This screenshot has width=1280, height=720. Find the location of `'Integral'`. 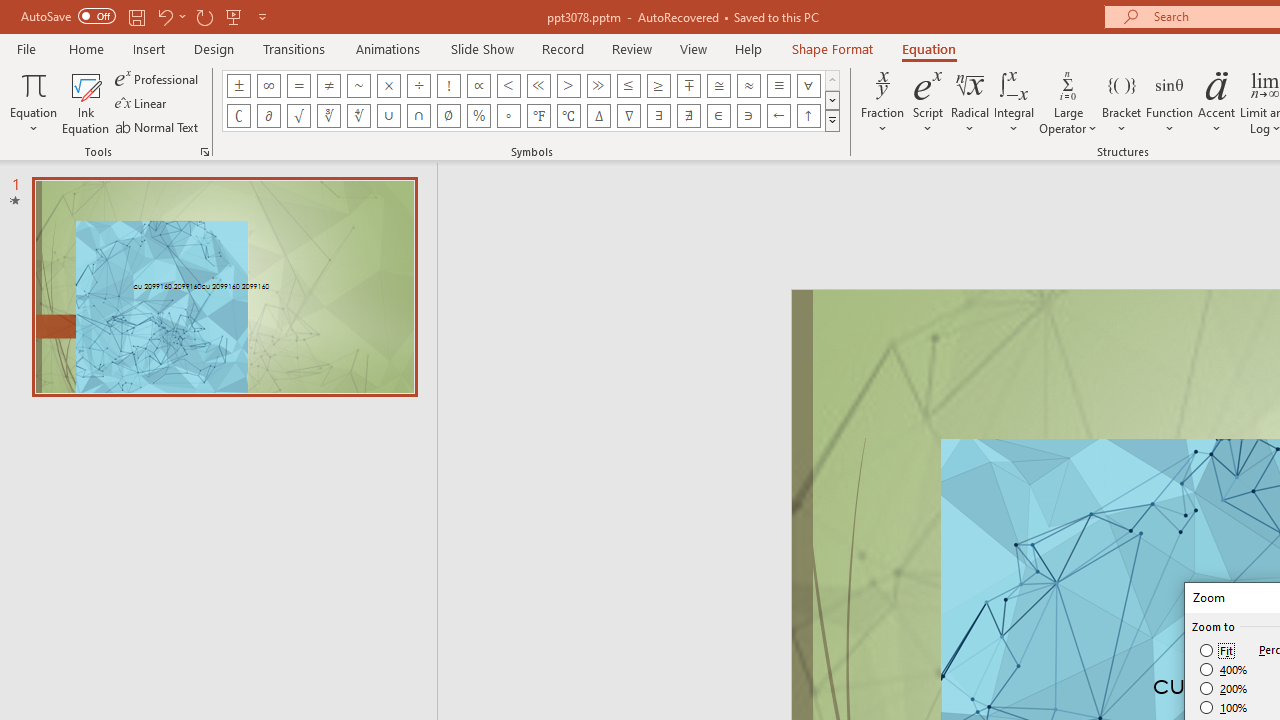

'Integral' is located at coordinates (1014, 103).